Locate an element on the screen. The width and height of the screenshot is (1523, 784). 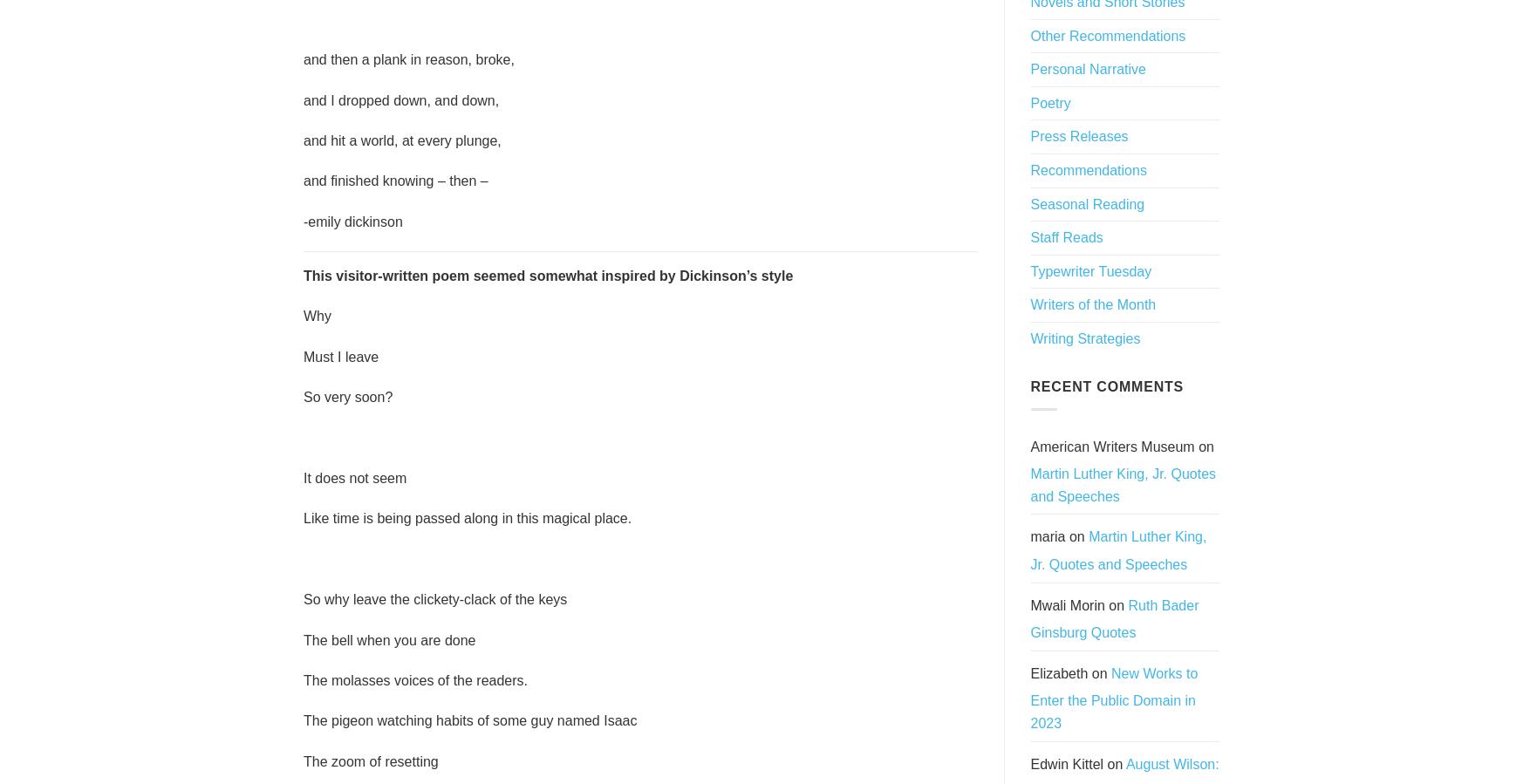
'Writers of the Month' is located at coordinates (1091, 303).